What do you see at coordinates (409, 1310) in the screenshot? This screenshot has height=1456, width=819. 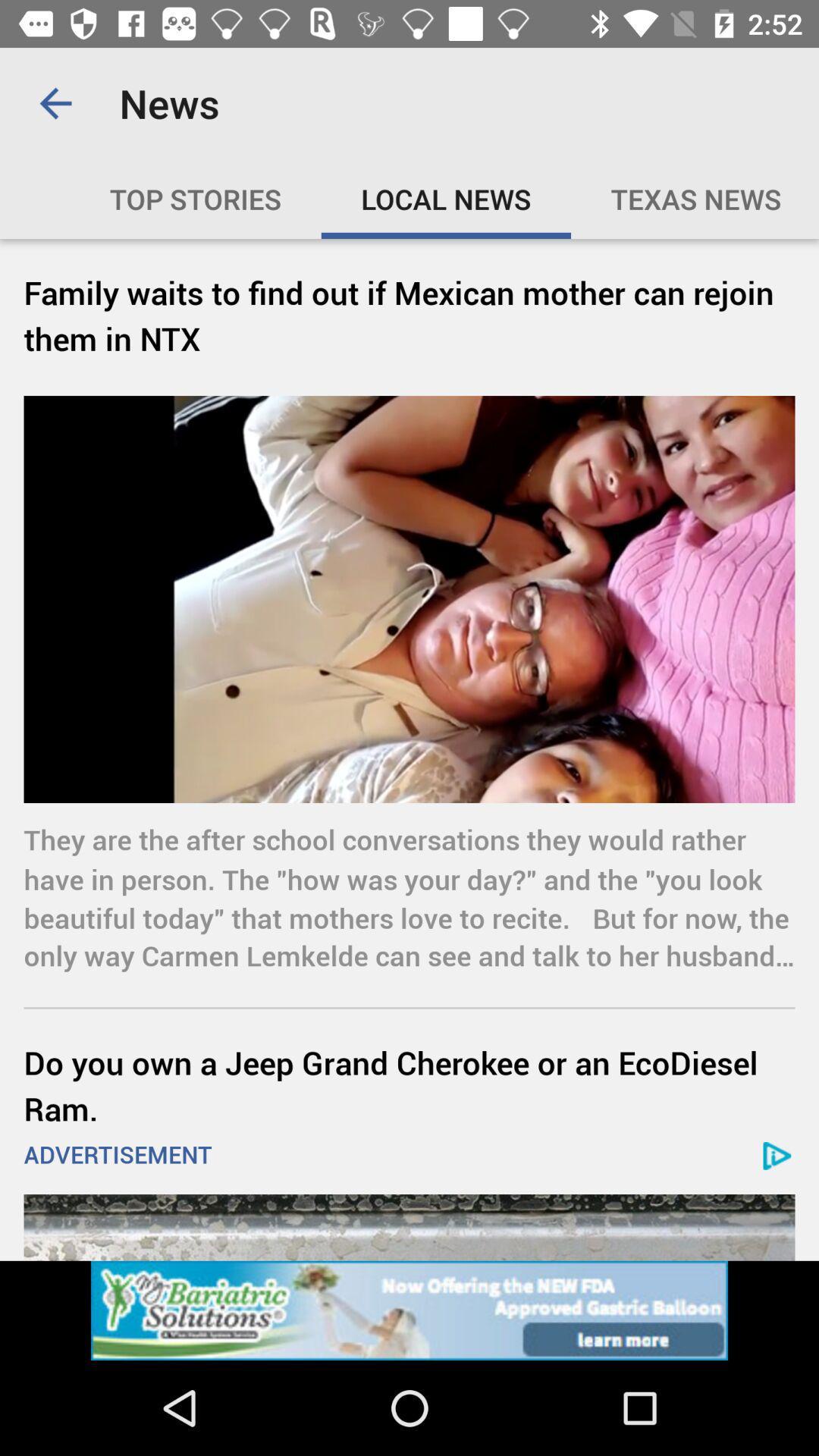 I see `website advertisement` at bounding box center [409, 1310].